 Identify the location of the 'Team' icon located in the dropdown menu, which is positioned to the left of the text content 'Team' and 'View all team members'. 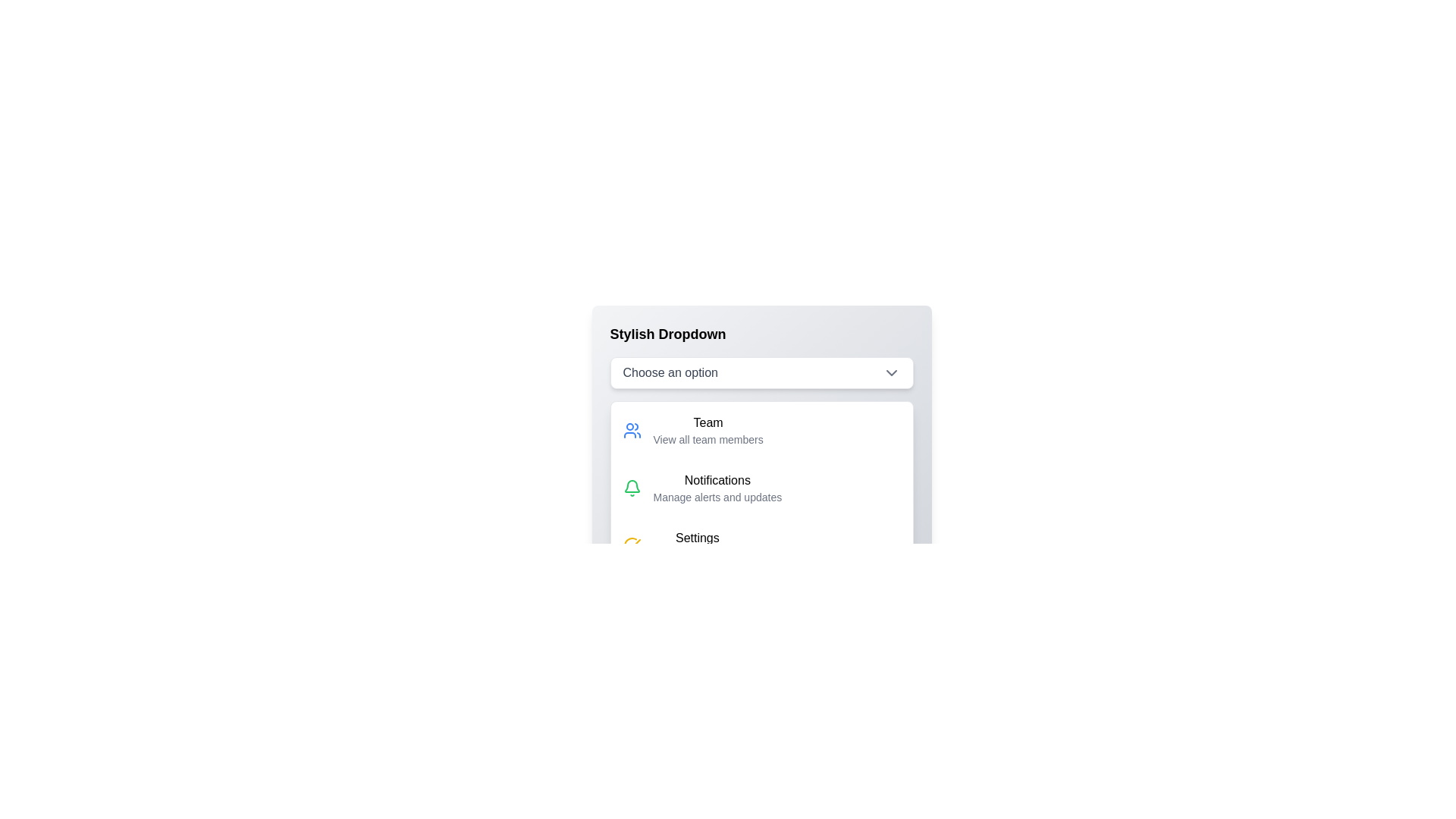
(632, 430).